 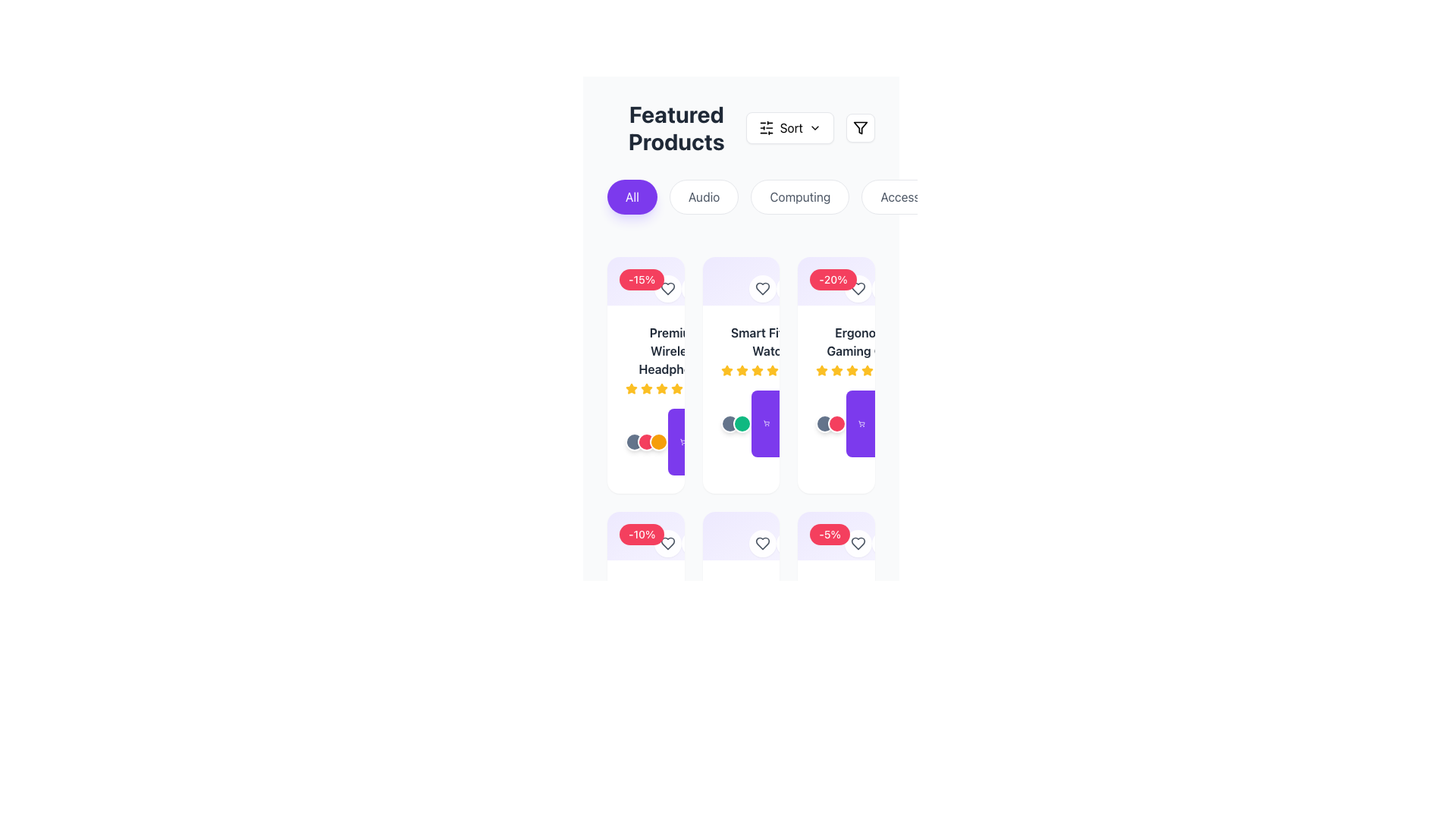 I want to click on the circular interactive button for selecting a color variant, located in the third product card below the product description and rating for 'Ergonomic Gaming Chair', so click(x=836, y=424).